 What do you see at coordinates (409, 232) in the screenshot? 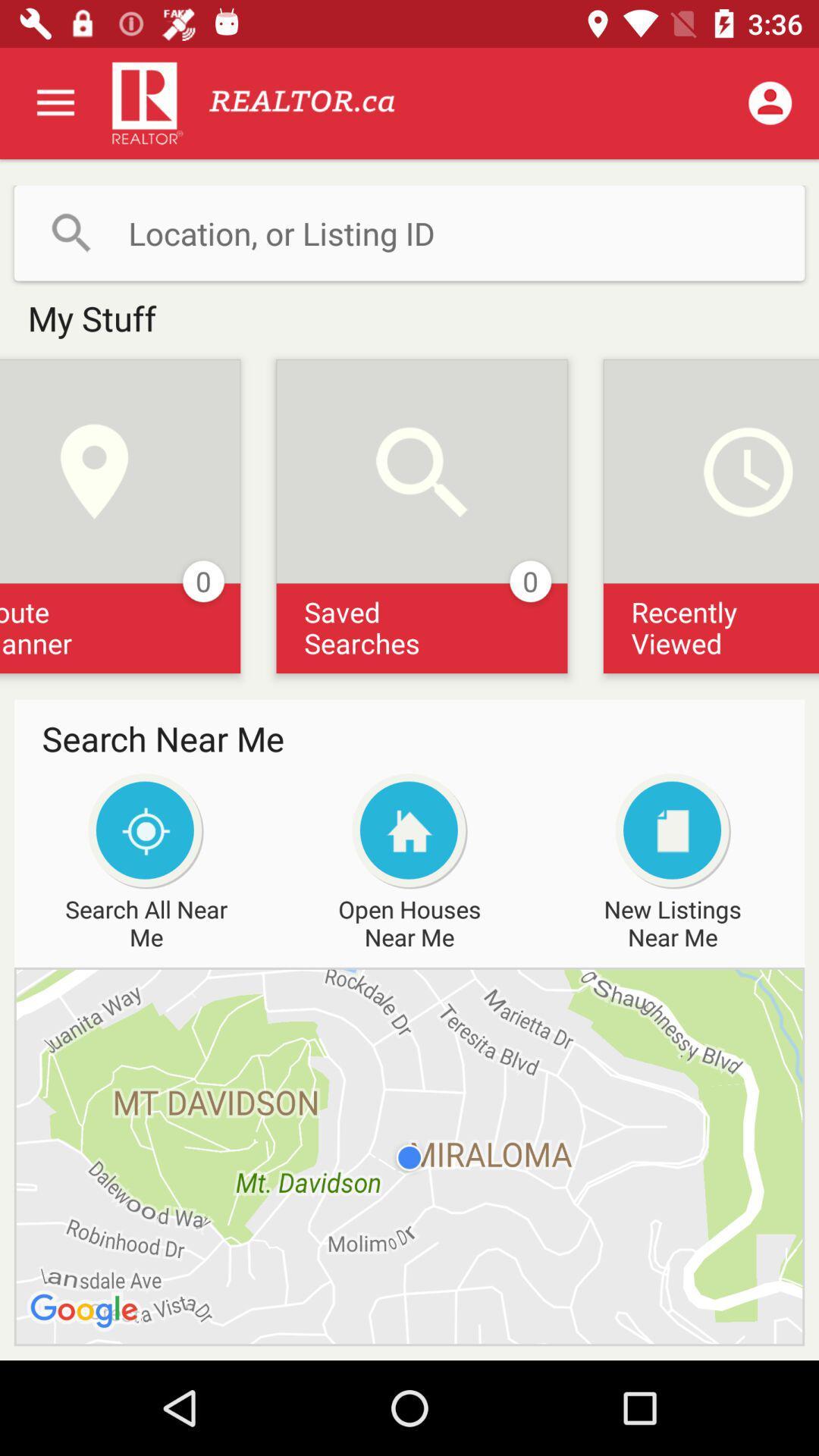
I see `search` at bounding box center [409, 232].